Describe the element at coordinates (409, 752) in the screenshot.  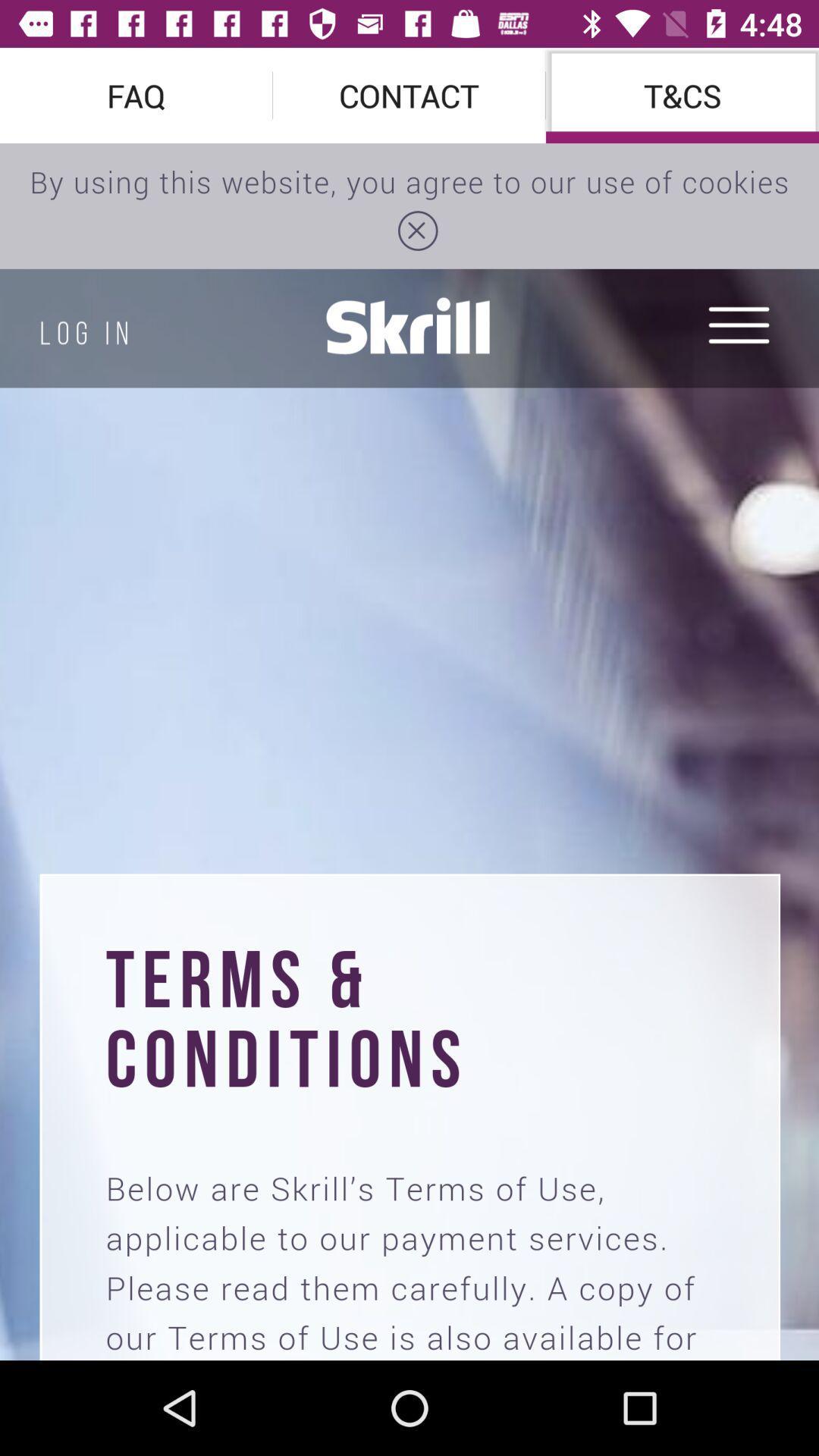
I see `share the article` at that location.